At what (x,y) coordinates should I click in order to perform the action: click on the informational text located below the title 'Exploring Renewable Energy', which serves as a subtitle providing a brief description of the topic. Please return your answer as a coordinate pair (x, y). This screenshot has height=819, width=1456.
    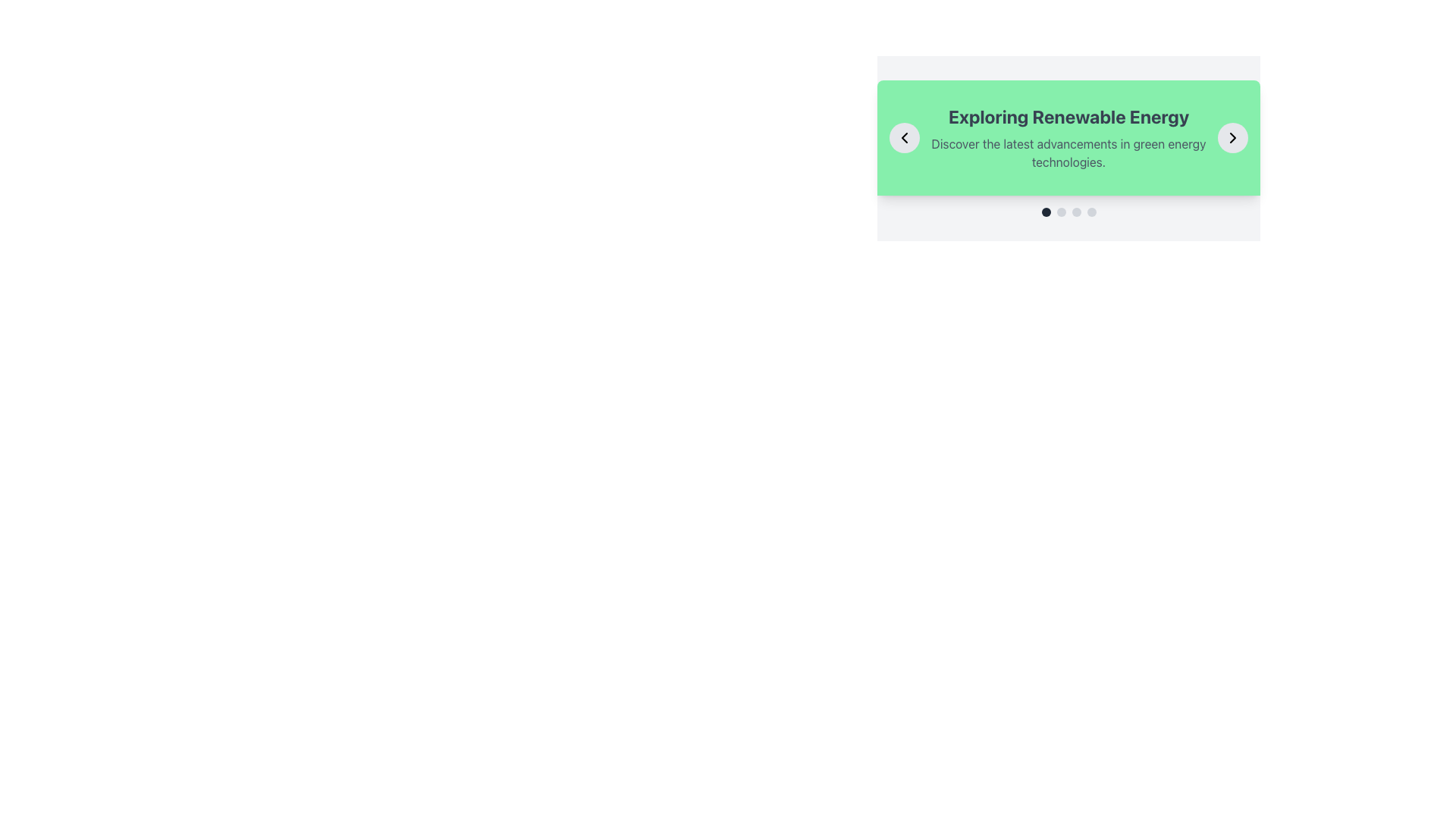
    Looking at the image, I should click on (1068, 152).